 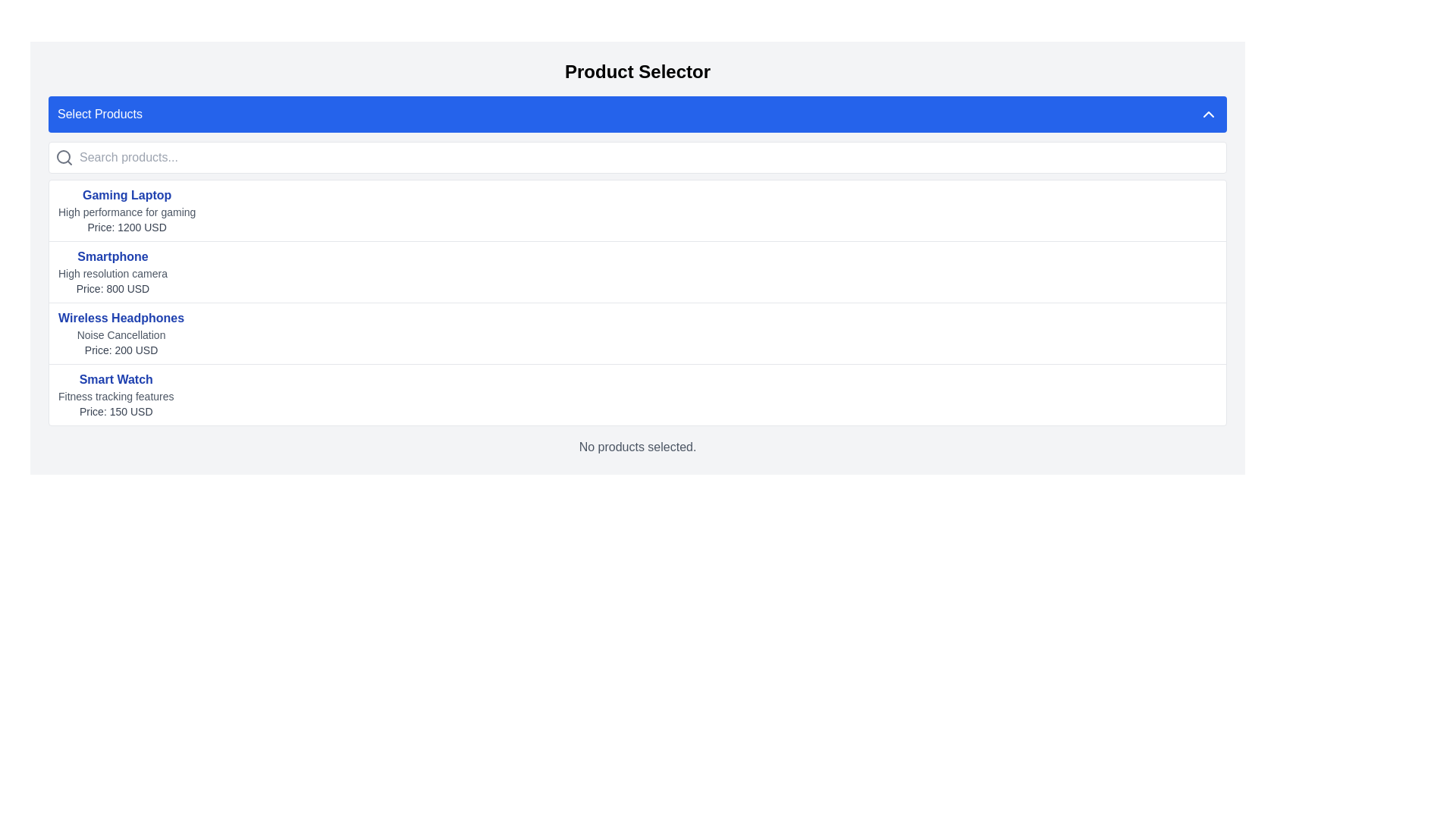 What do you see at coordinates (121, 350) in the screenshot?
I see `the text label displaying 'Price: 200 USD' for the product 'Wireless Headphones', which is styled in gray and positioned below the subtitle 'Noise Cancellation'` at bounding box center [121, 350].